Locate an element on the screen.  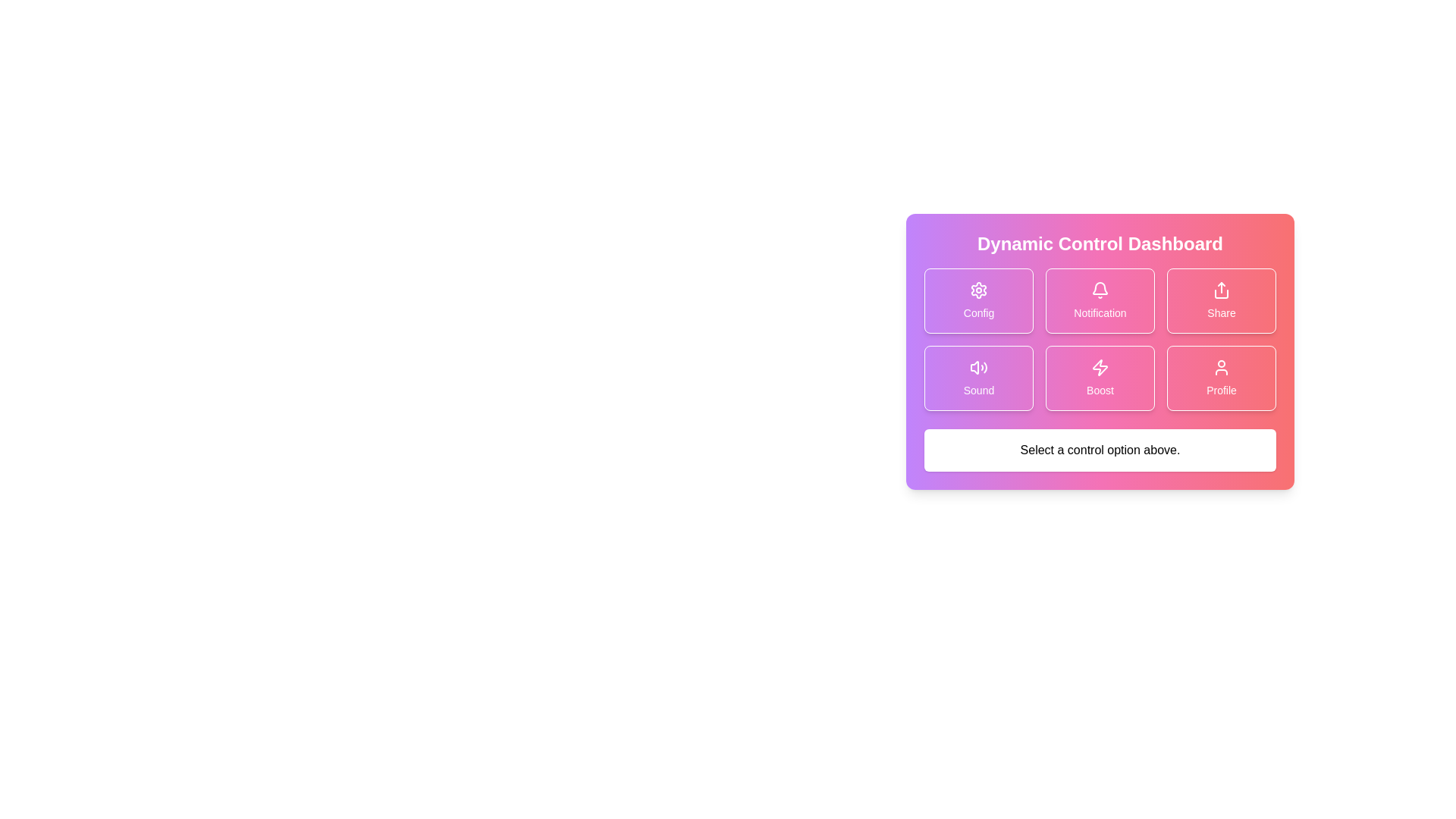
the share icon, which is a white arrow on a pink background, located in the top-right grid item of the 'Dynamic Control Dashboard' section is located at coordinates (1222, 290).